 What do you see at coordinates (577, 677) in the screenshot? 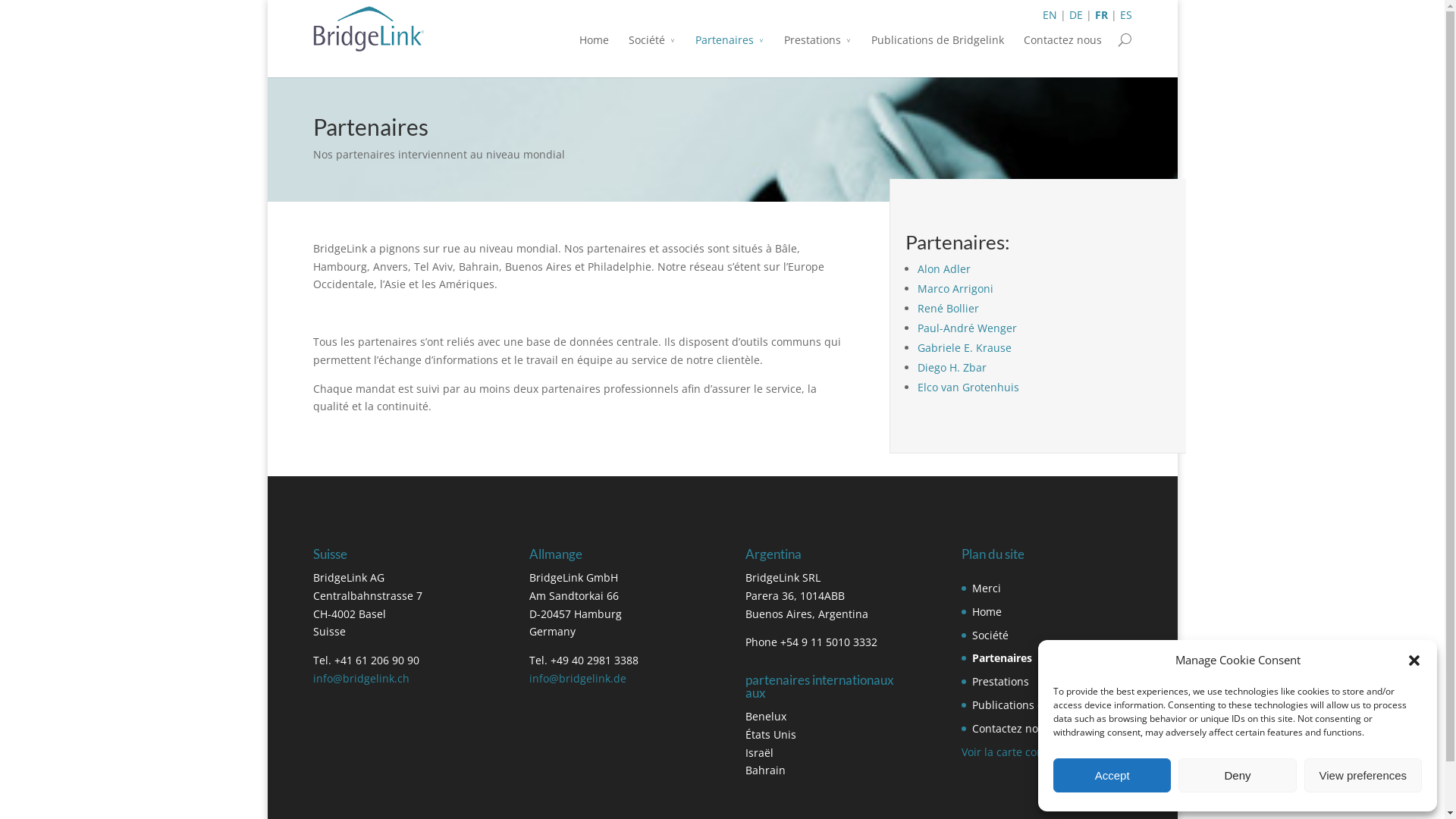
I see `'info@bridgelink.de'` at bounding box center [577, 677].